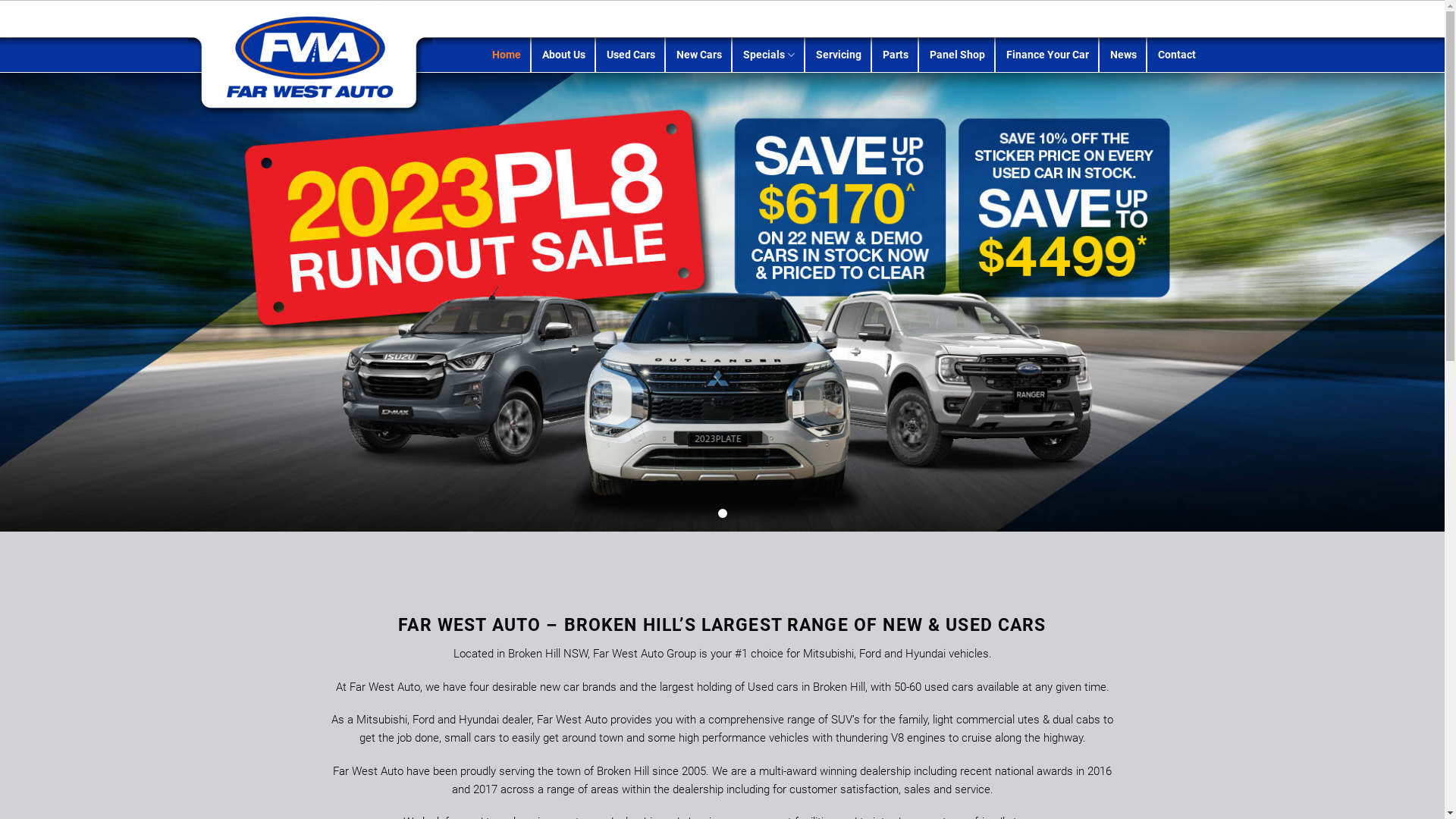  I want to click on 'Parts', so click(882, 54).